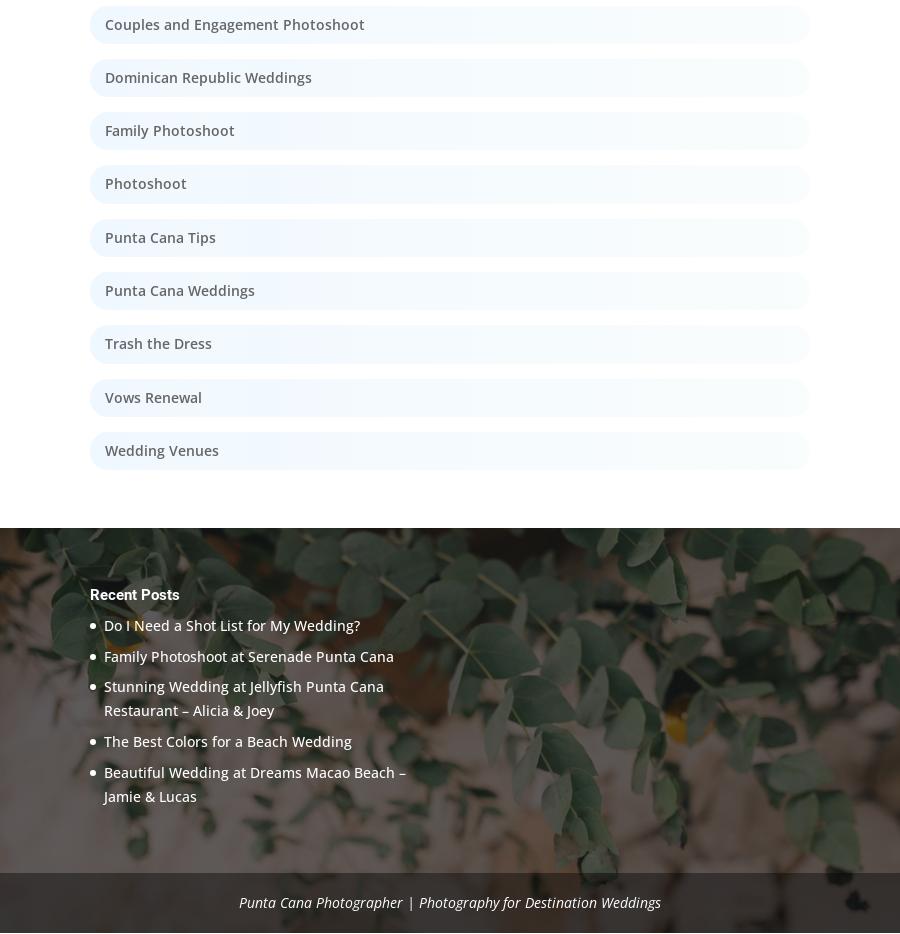 The height and width of the screenshot is (934, 900). I want to click on 'Recent Posts', so click(135, 593).